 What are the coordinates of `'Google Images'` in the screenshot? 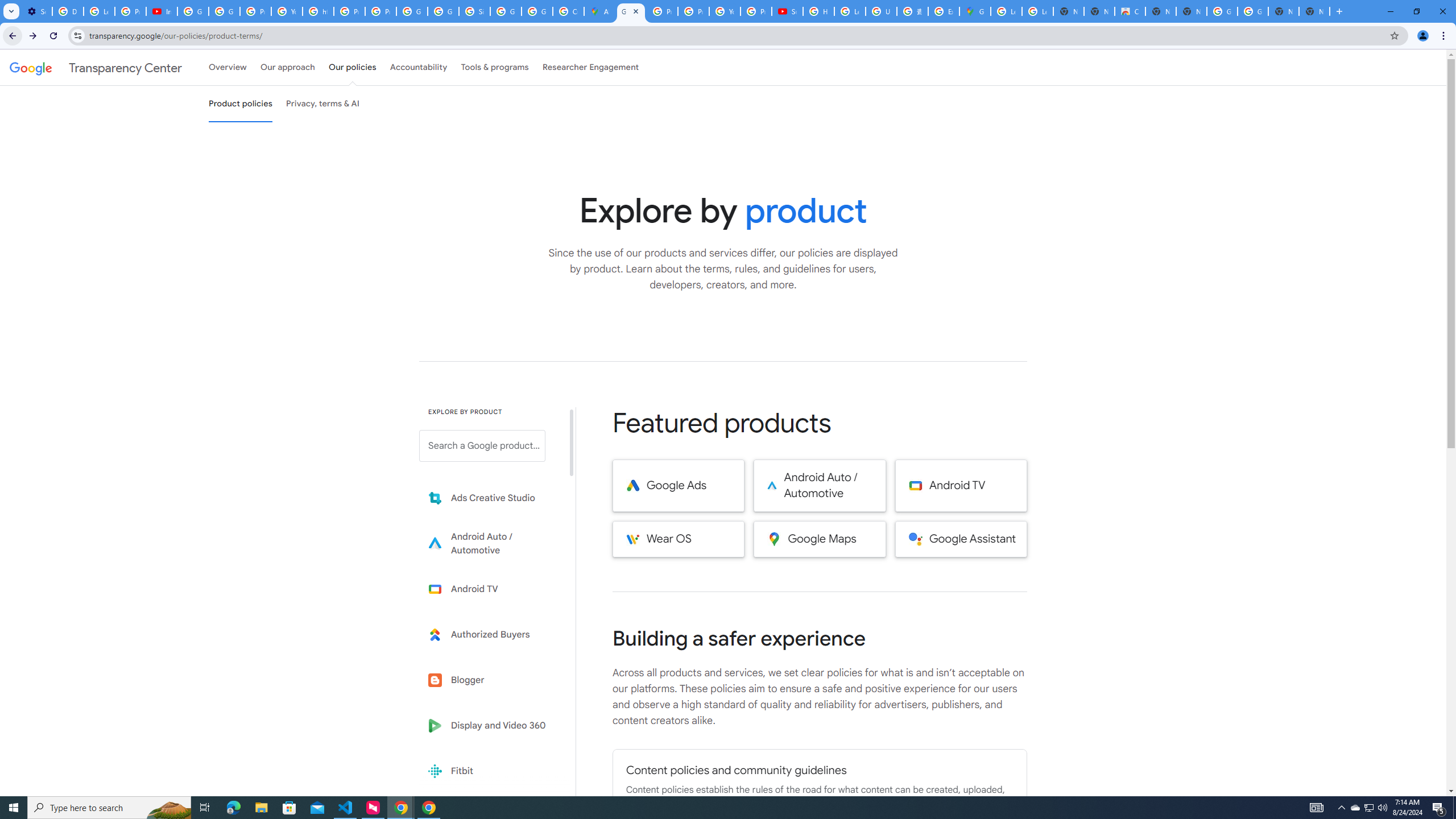 It's located at (1252, 11).